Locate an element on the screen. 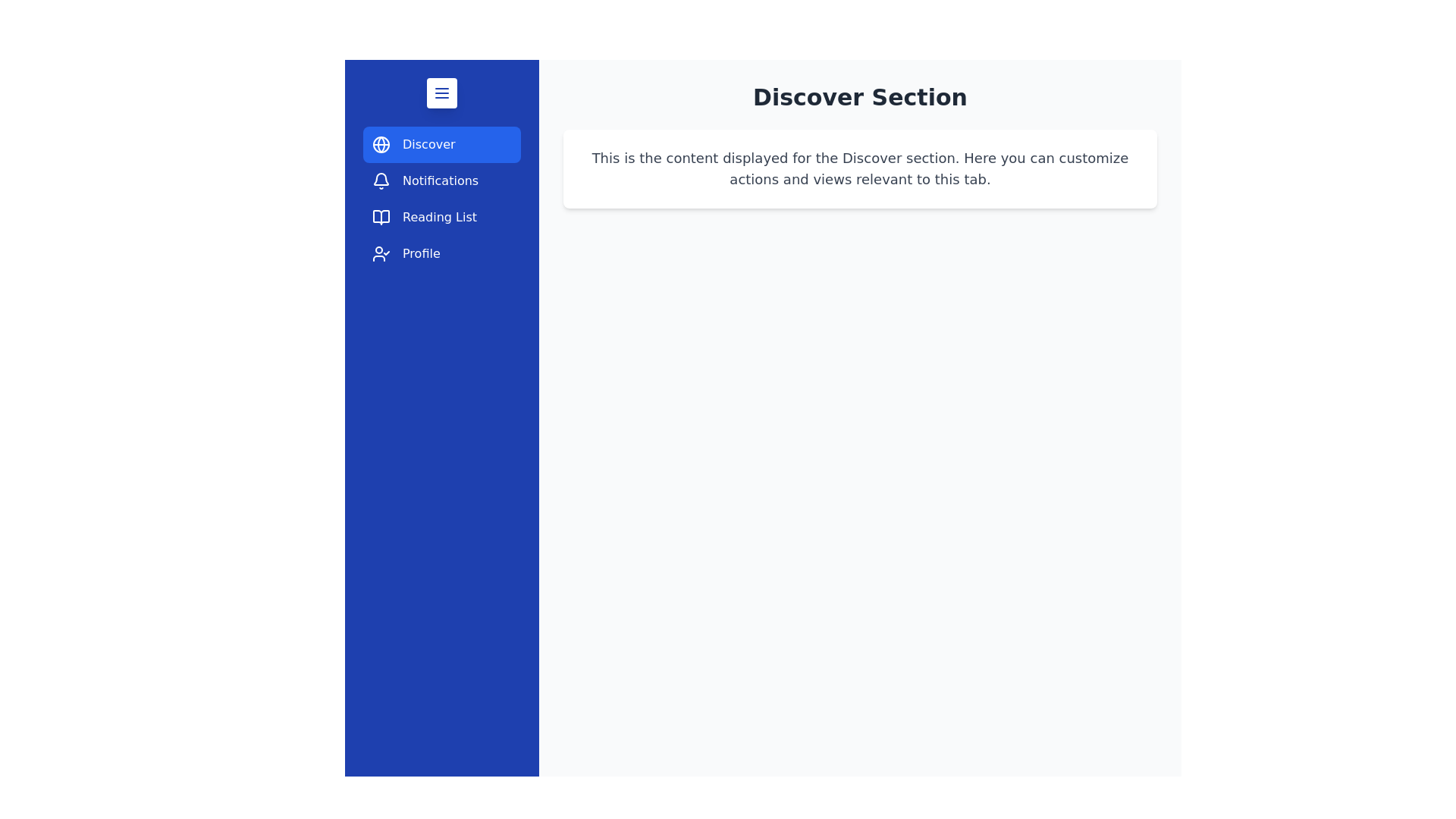 This screenshot has height=819, width=1456. the tab labeled Profile to navigate to its section is located at coordinates (441, 253).